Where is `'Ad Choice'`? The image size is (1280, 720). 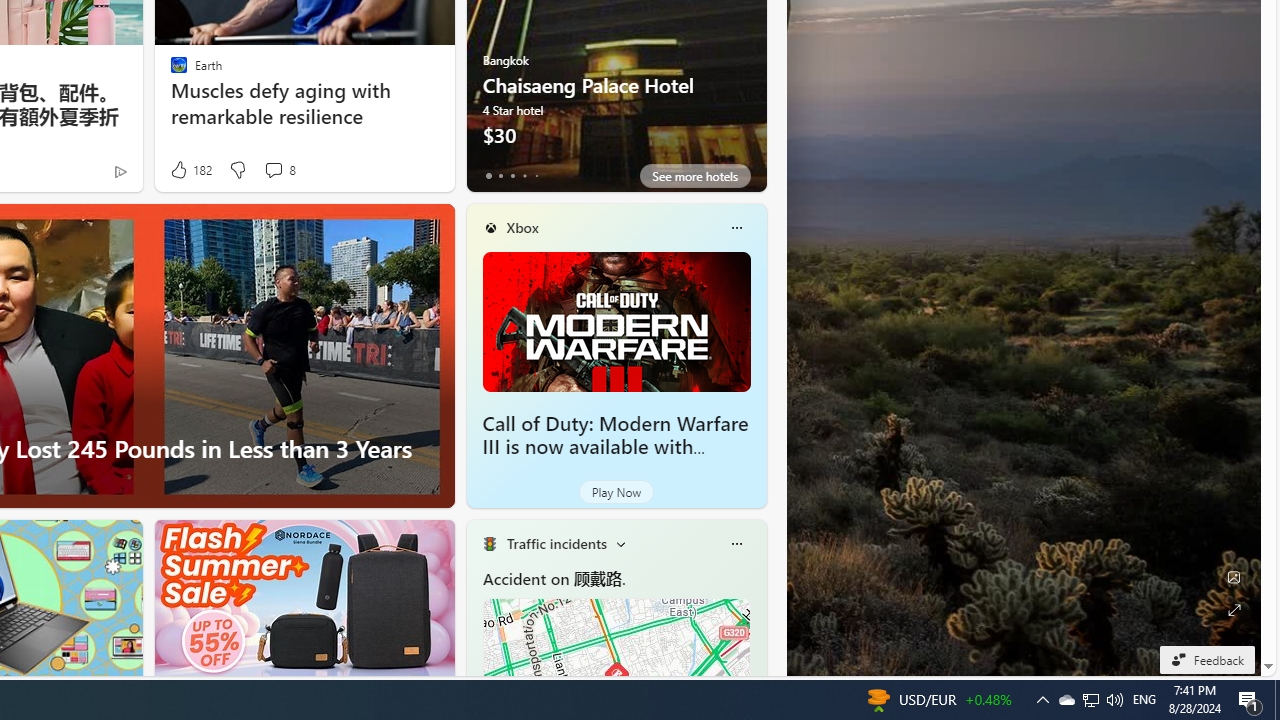 'Ad Choice' is located at coordinates (119, 170).